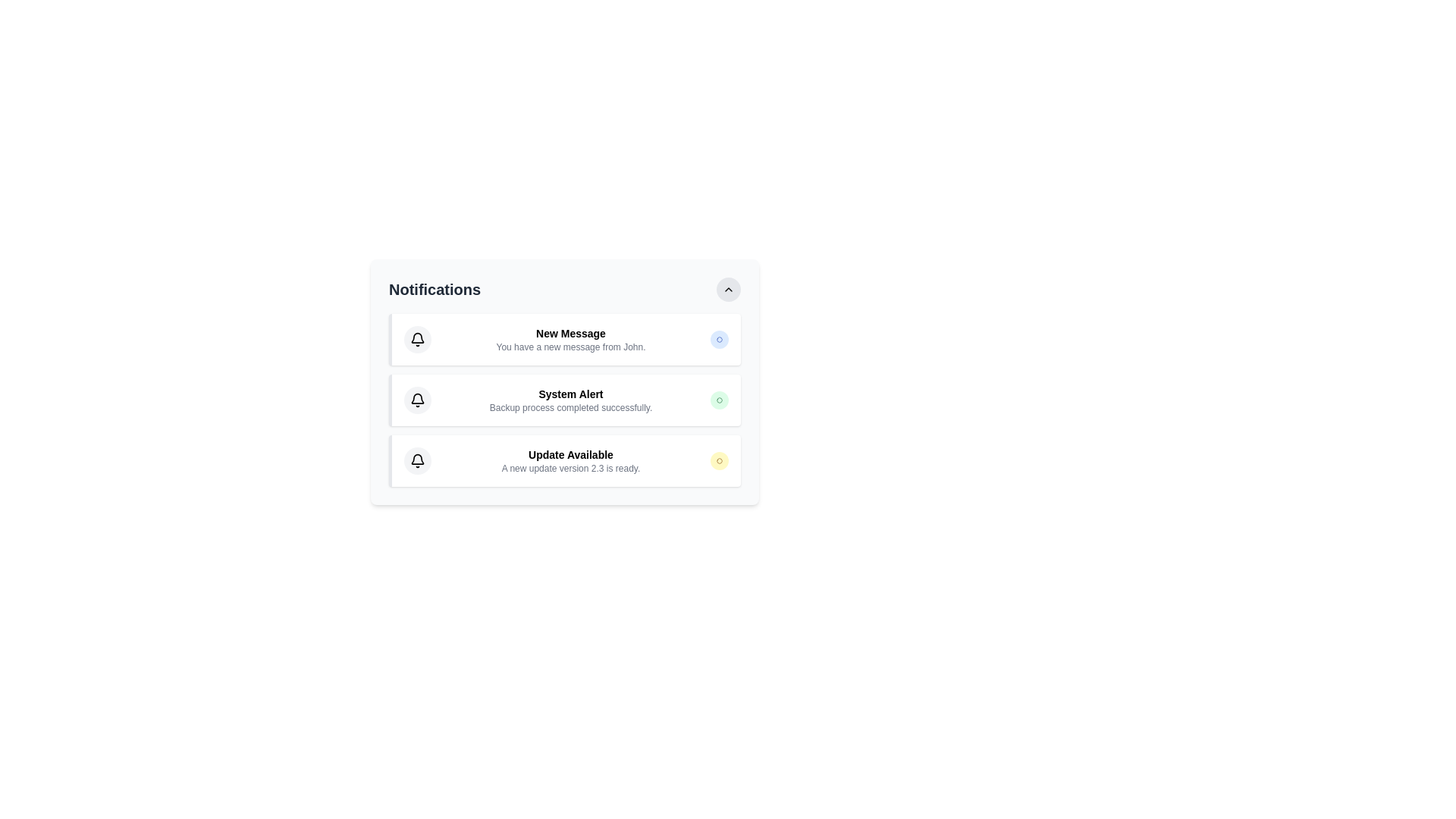 This screenshot has width=1456, height=819. Describe the element at coordinates (418, 400) in the screenshot. I see `the notification icon in the 'System Alert' notification card, which is the first component aligned with the text 'System Alert'` at that location.